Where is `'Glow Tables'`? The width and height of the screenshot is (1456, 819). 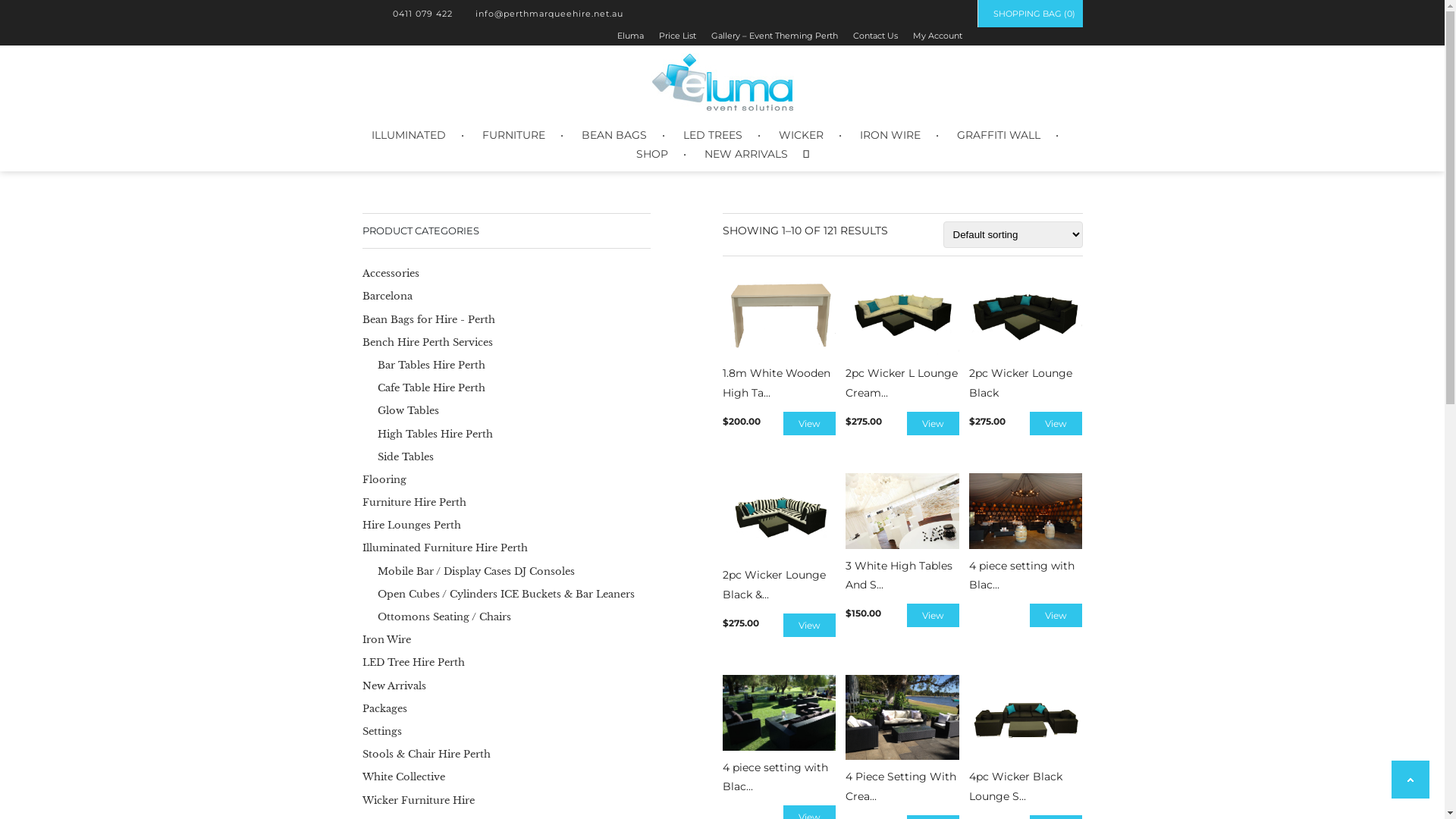 'Glow Tables' is located at coordinates (408, 410).